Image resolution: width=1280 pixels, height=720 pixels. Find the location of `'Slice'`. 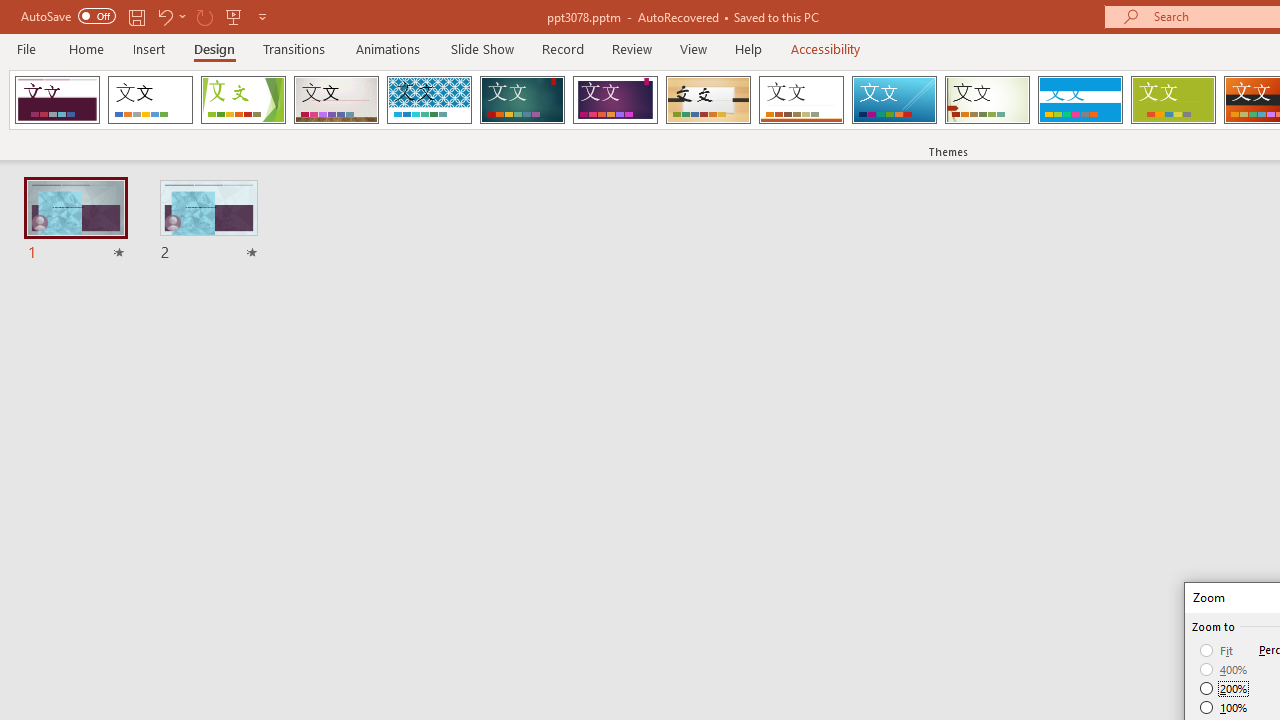

'Slice' is located at coordinates (893, 100).